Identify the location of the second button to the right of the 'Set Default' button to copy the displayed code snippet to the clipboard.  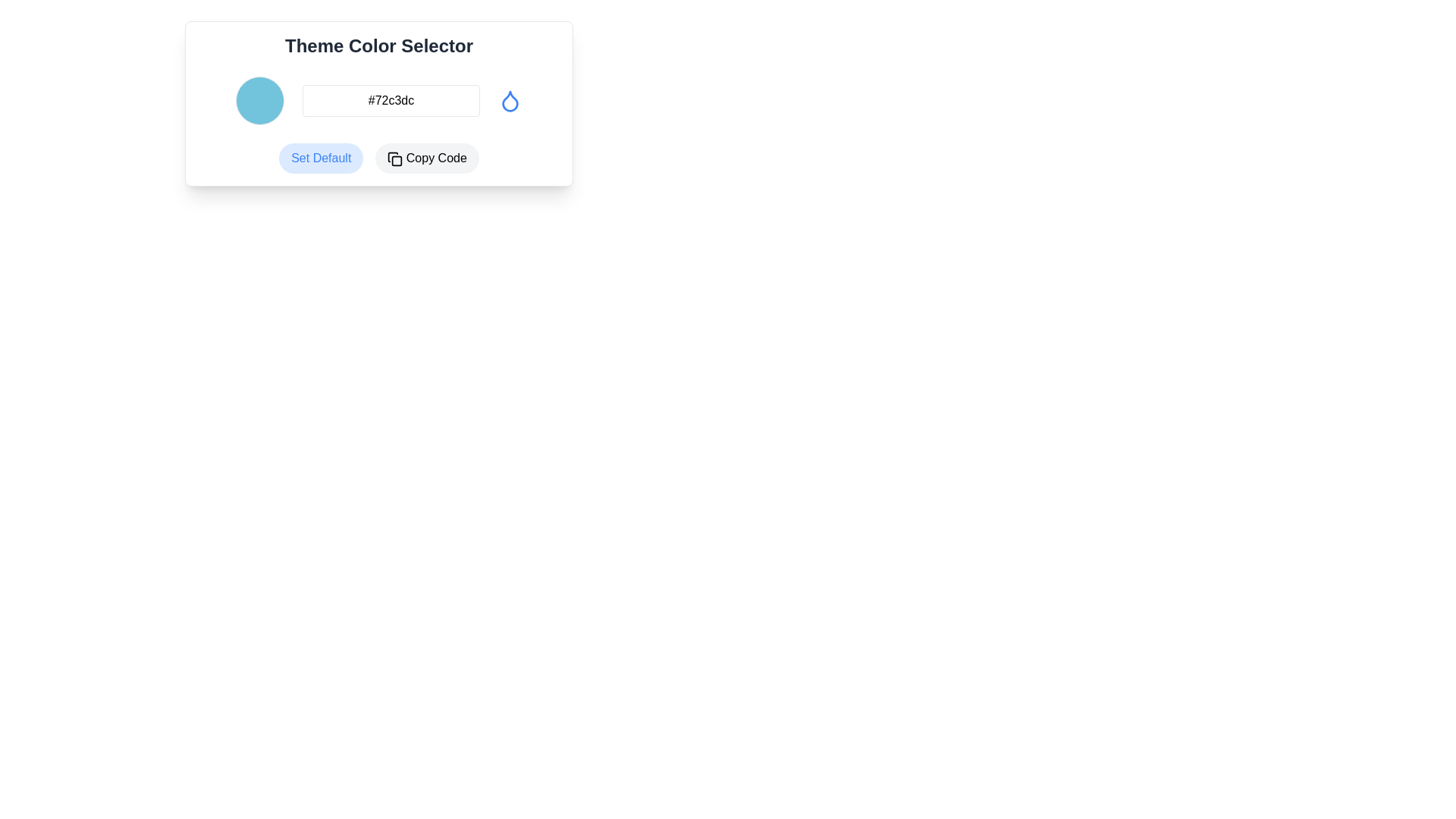
(426, 158).